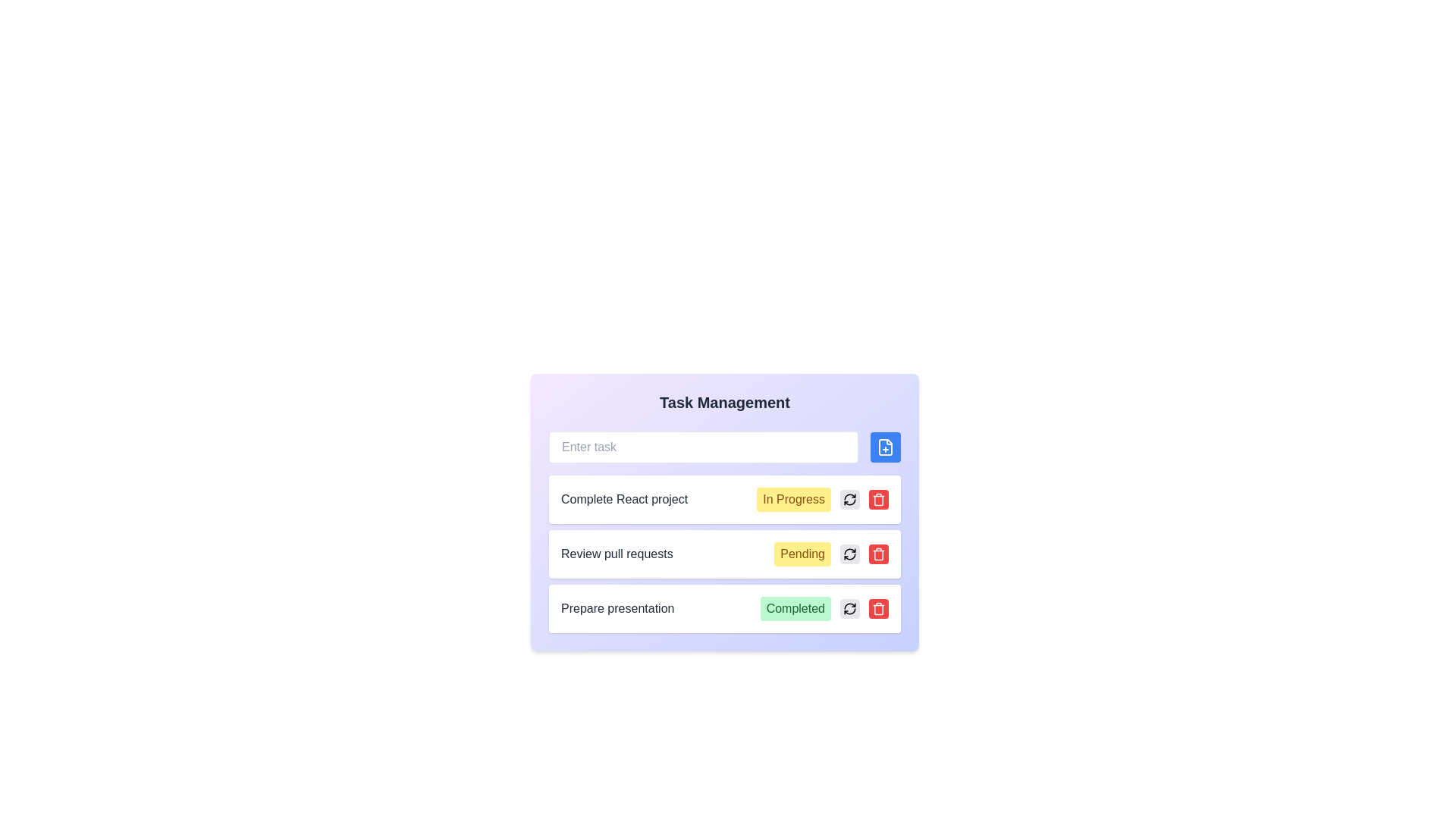 Image resolution: width=1456 pixels, height=819 pixels. Describe the element at coordinates (850, 500) in the screenshot. I see `the refresh button for the task labeled 'Complete React project'` at that location.